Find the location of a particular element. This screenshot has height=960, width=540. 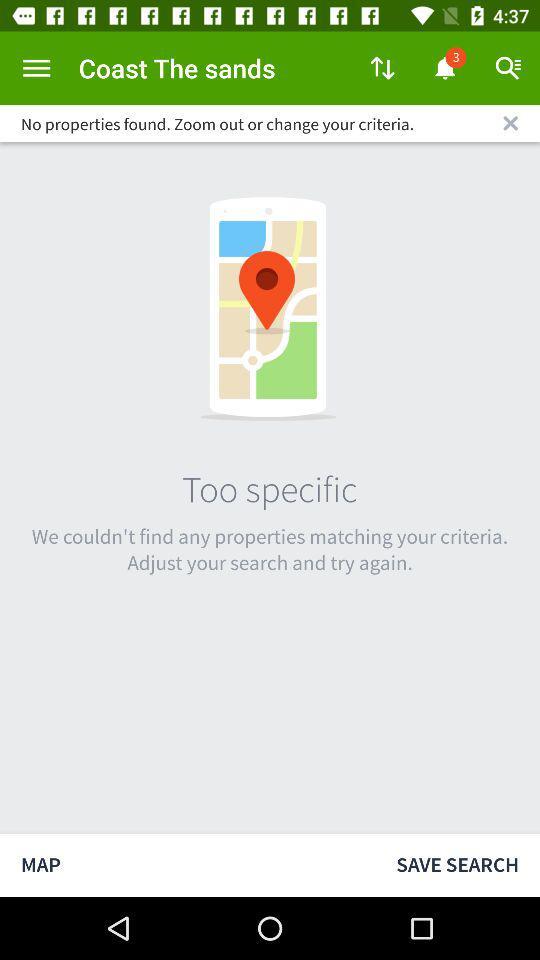

save search is located at coordinates (457, 864).